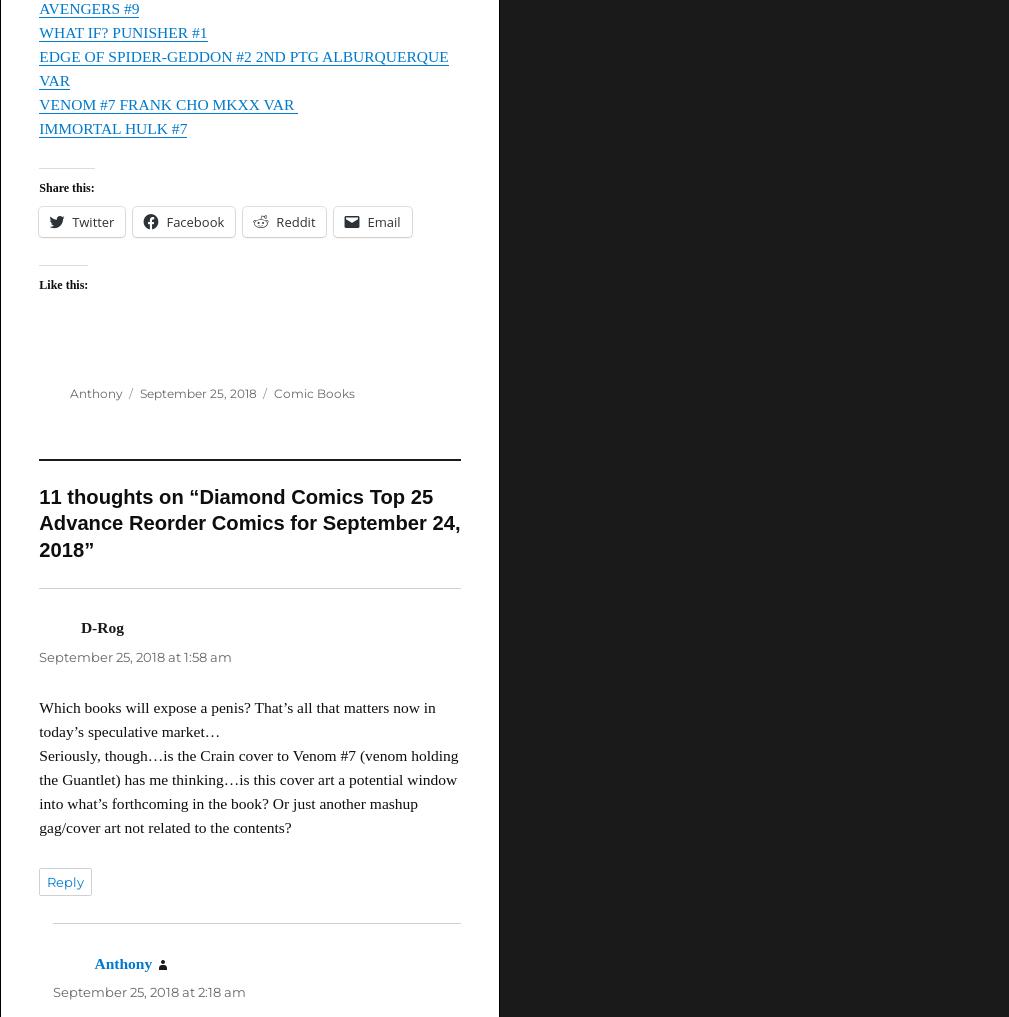 This screenshot has width=1009, height=1017. Describe the element at coordinates (236, 717) in the screenshot. I see `'Which books will expose a penis?  That’s all that matters now in today’s speculative market…'` at that location.